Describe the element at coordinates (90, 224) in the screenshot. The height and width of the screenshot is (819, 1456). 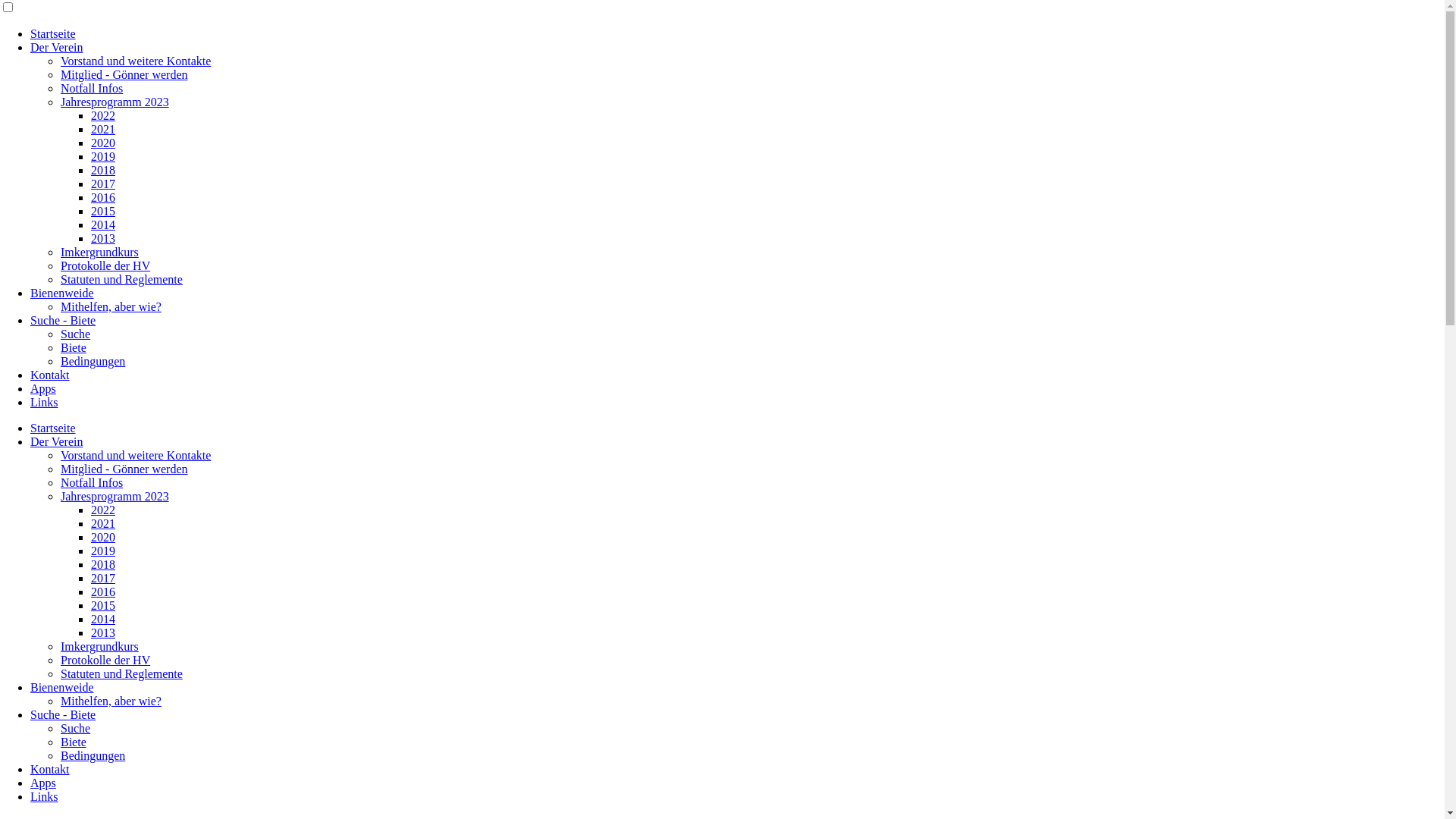
I see `'2014'` at that location.